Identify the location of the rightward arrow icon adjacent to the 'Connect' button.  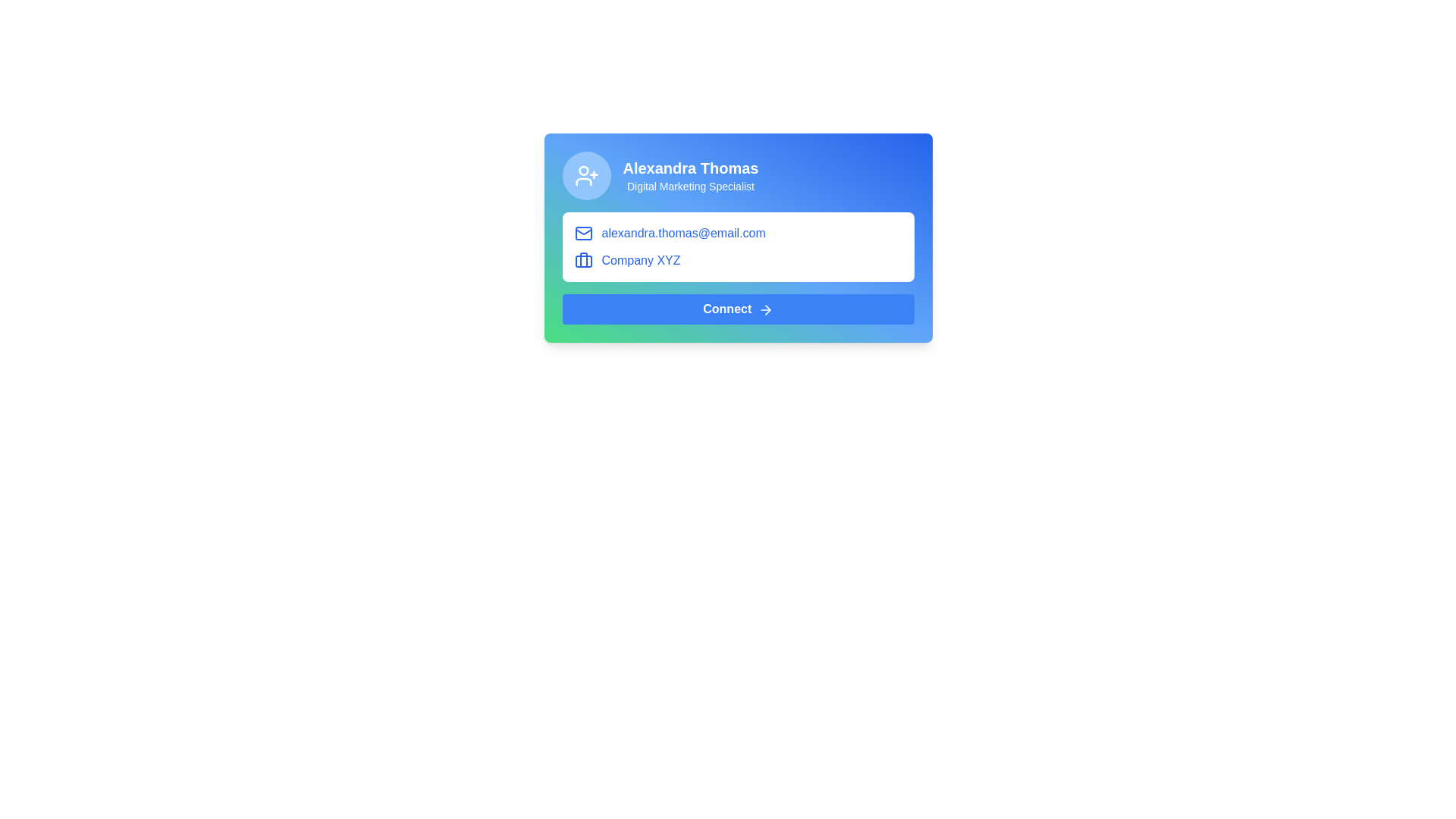
(765, 309).